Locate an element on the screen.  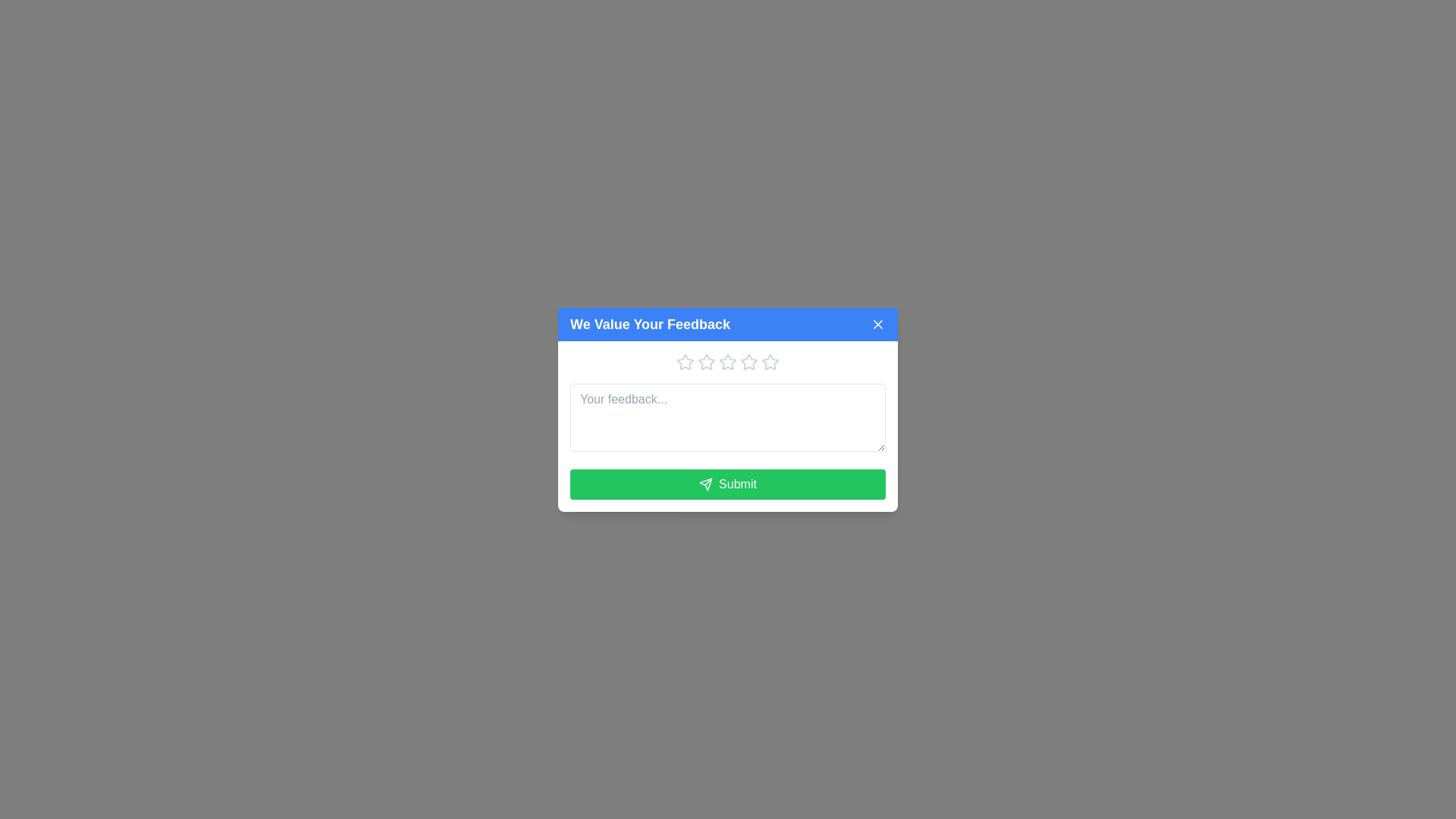
the star icon in the Rating Component to set the rating, which is a horizontal arrangement of five outlined star icons located below the heading 'We Value Your Feedback' in the feedback dialog is located at coordinates (728, 362).